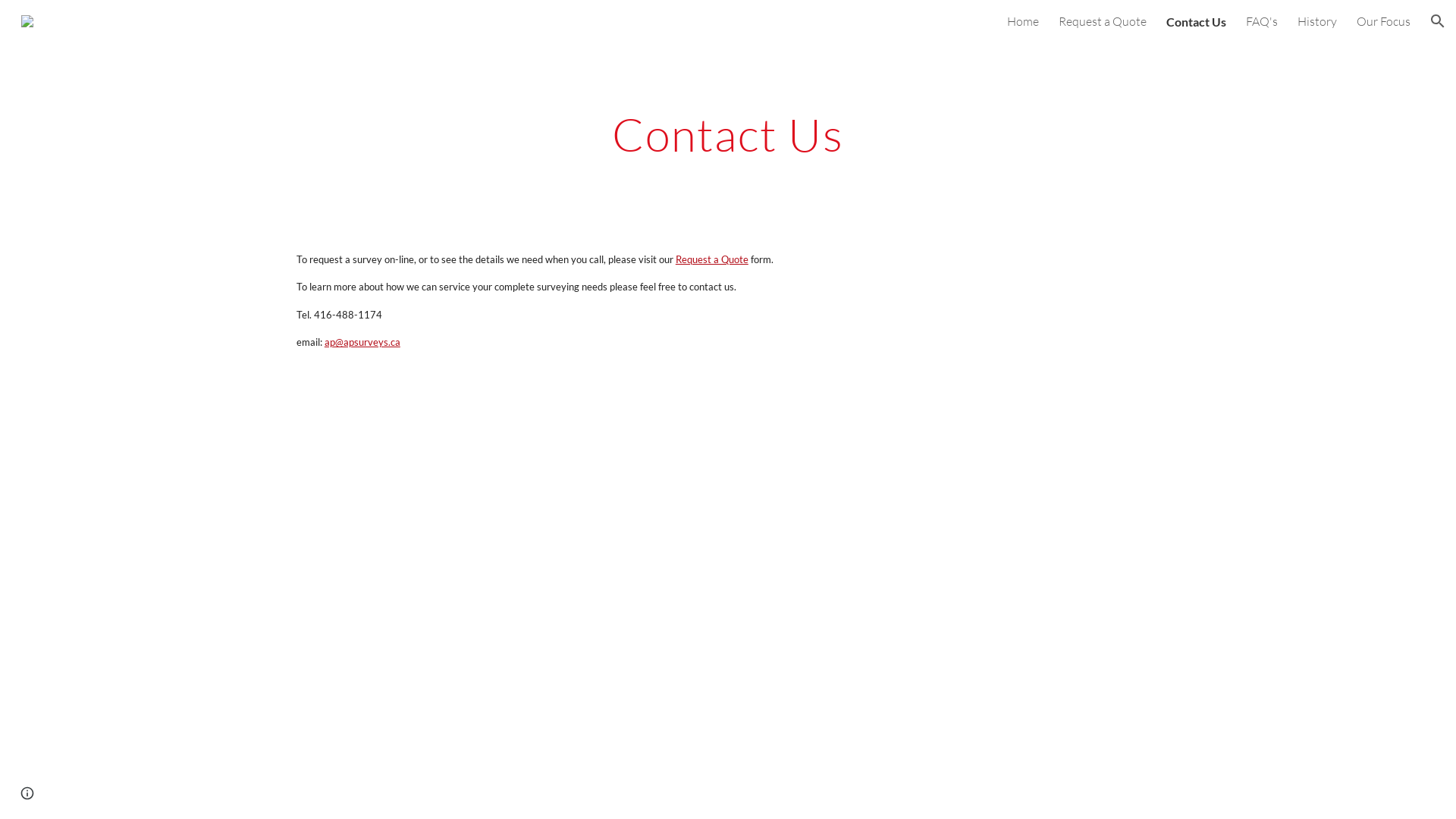 Image resolution: width=1456 pixels, height=819 pixels. What do you see at coordinates (1262, 20) in the screenshot?
I see `'FAQ's'` at bounding box center [1262, 20].